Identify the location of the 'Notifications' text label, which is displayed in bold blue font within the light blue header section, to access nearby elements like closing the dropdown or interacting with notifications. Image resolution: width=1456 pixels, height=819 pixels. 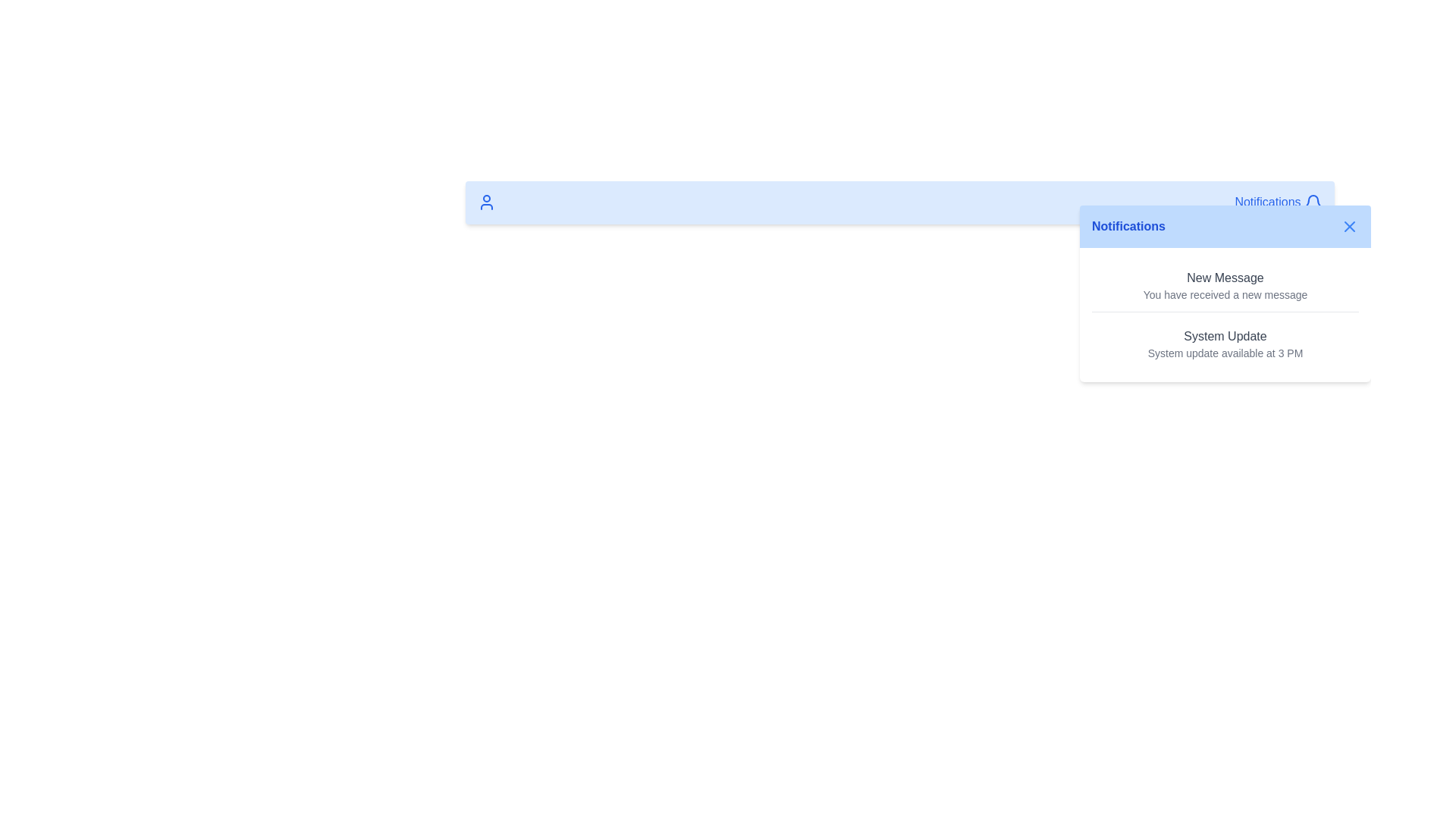
(1128, 227).